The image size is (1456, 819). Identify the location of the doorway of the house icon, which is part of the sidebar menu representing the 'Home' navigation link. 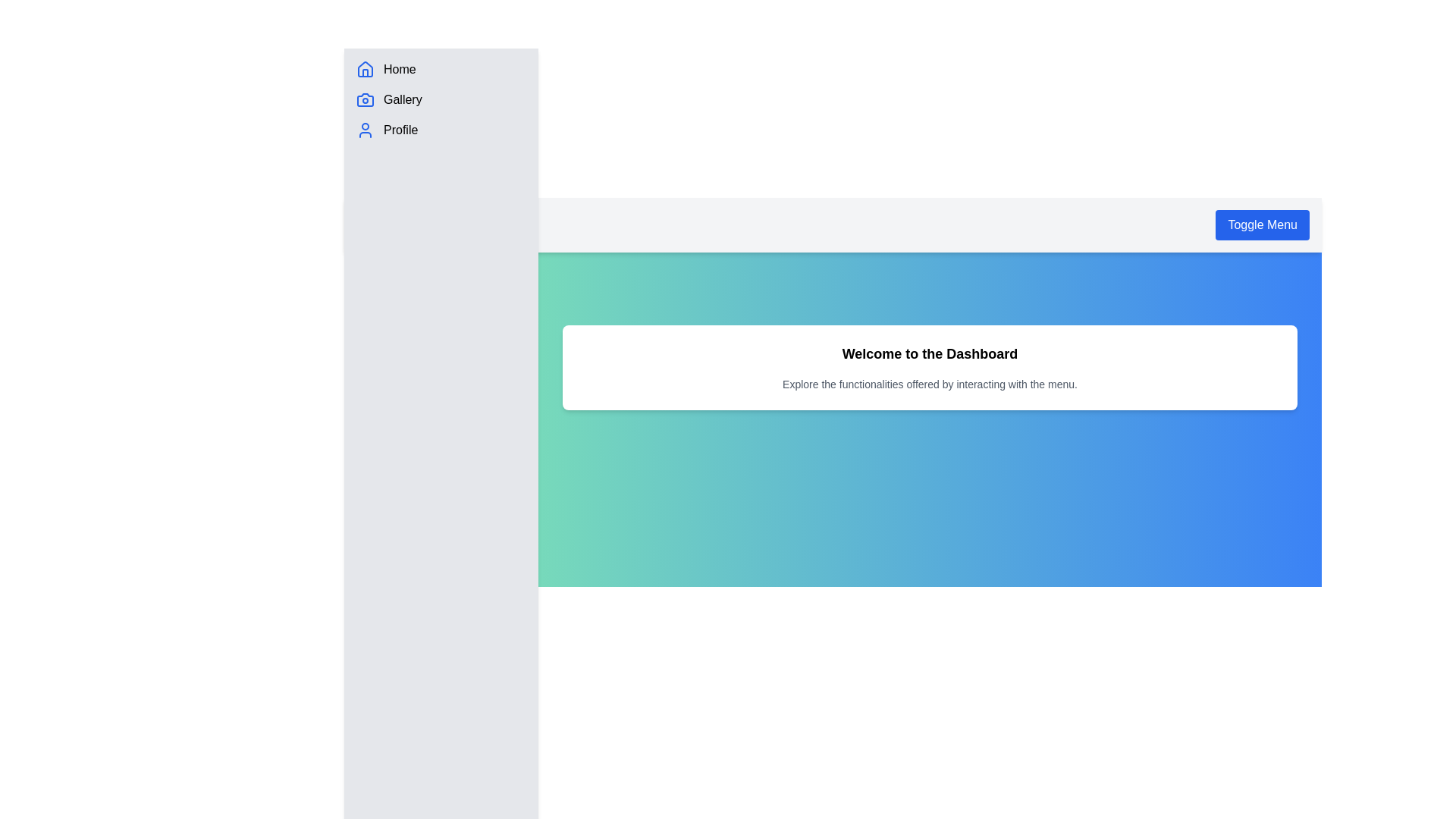
(365, 73).